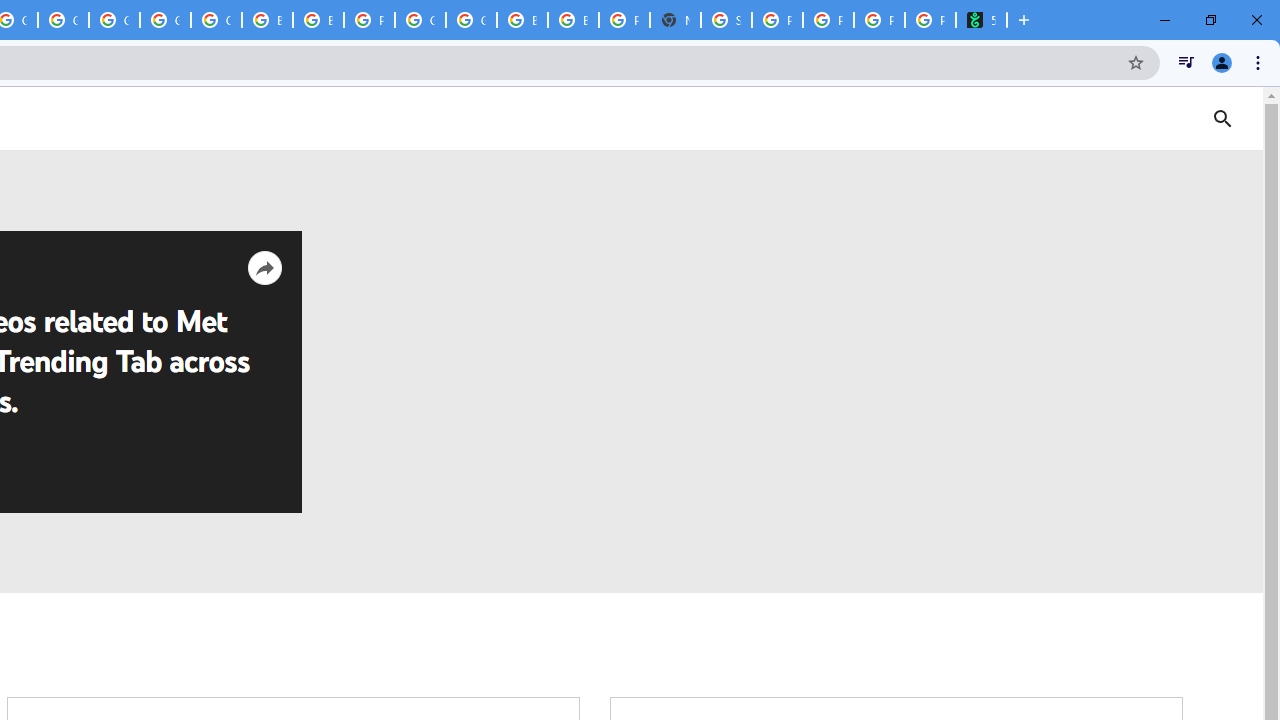 The image size is (1280, 720). What do you see at coordinates (675, 20) in the screenshot?
I see `'New Tab'` at bounding box center [675, 20].